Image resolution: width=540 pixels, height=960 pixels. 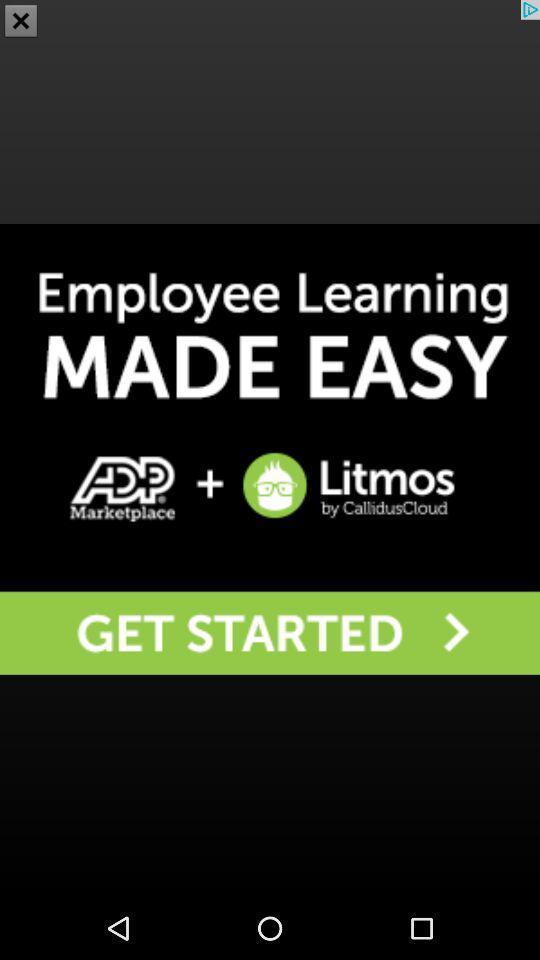 What do you see at coordinates (20, 21) in the screenshot?
I see `the close icon` at bounding box center [20, 21].